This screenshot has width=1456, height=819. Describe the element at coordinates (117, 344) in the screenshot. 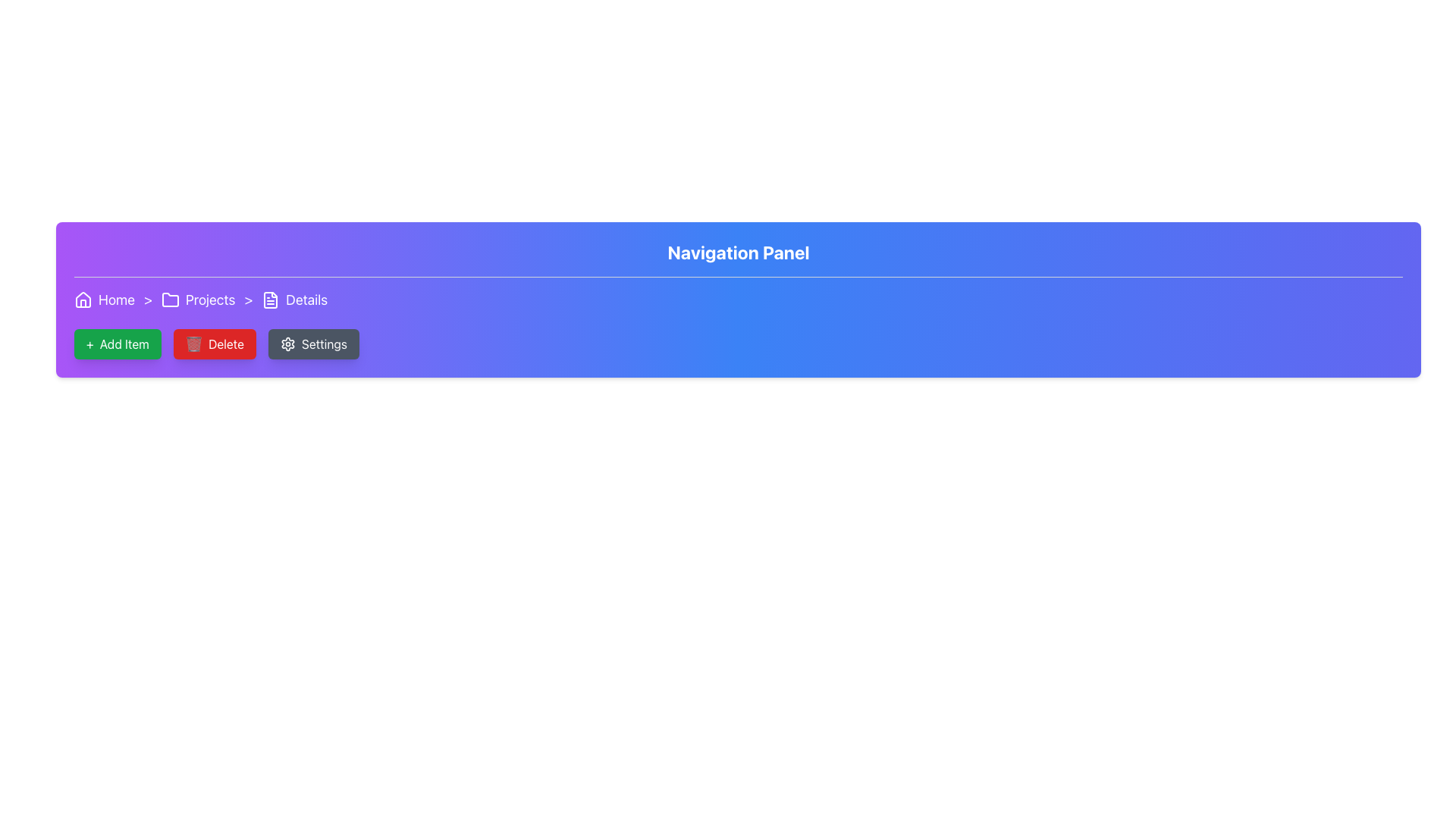

I see `the 'Add New Item' button located to the left of the 'Delete' and 'Settings' buttons, positioned in the middle-left portion of the interface below the breadcrumb navigation bar` at that location.